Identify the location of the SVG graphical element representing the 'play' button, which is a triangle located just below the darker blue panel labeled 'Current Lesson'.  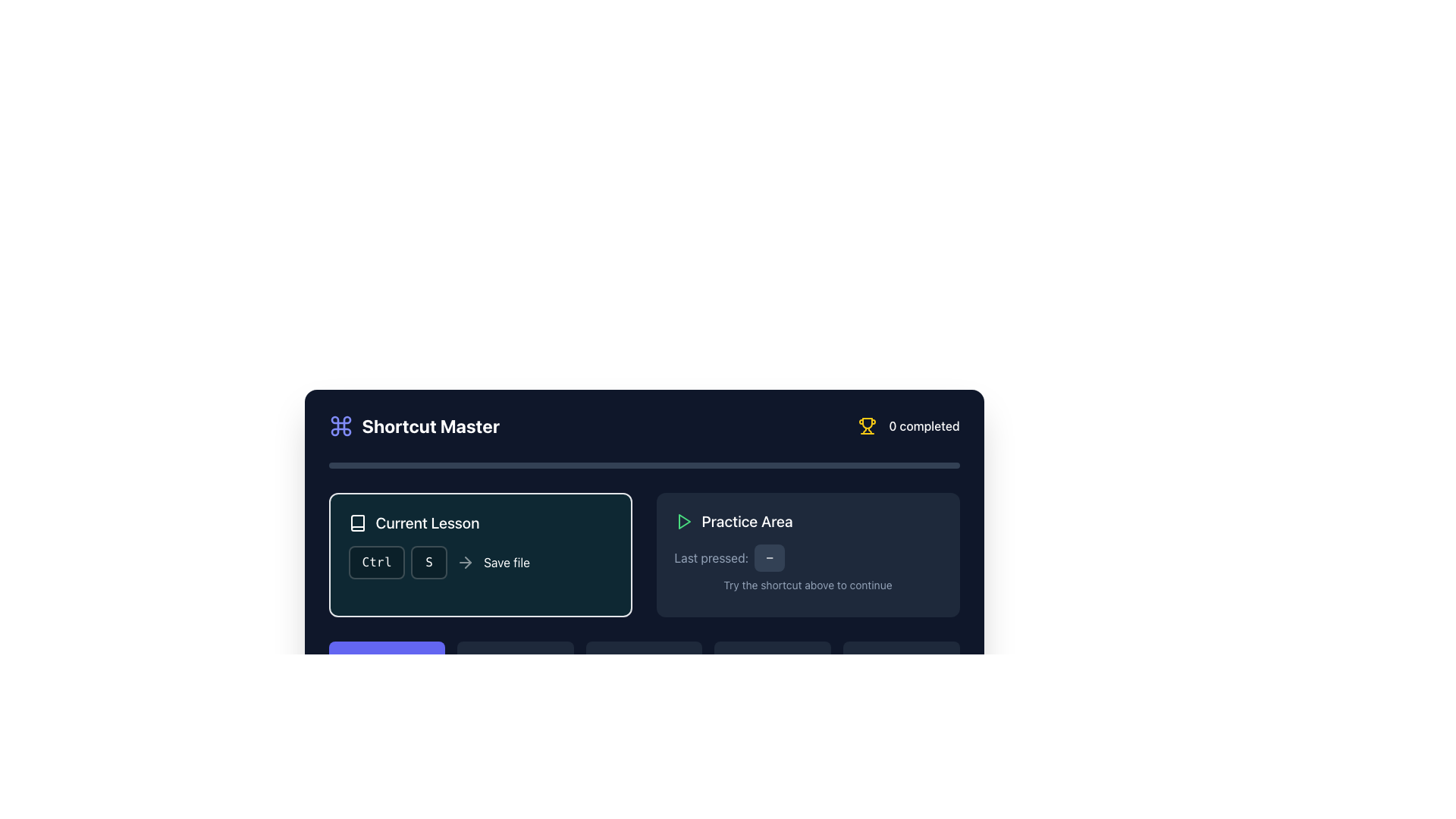
(388, 662).